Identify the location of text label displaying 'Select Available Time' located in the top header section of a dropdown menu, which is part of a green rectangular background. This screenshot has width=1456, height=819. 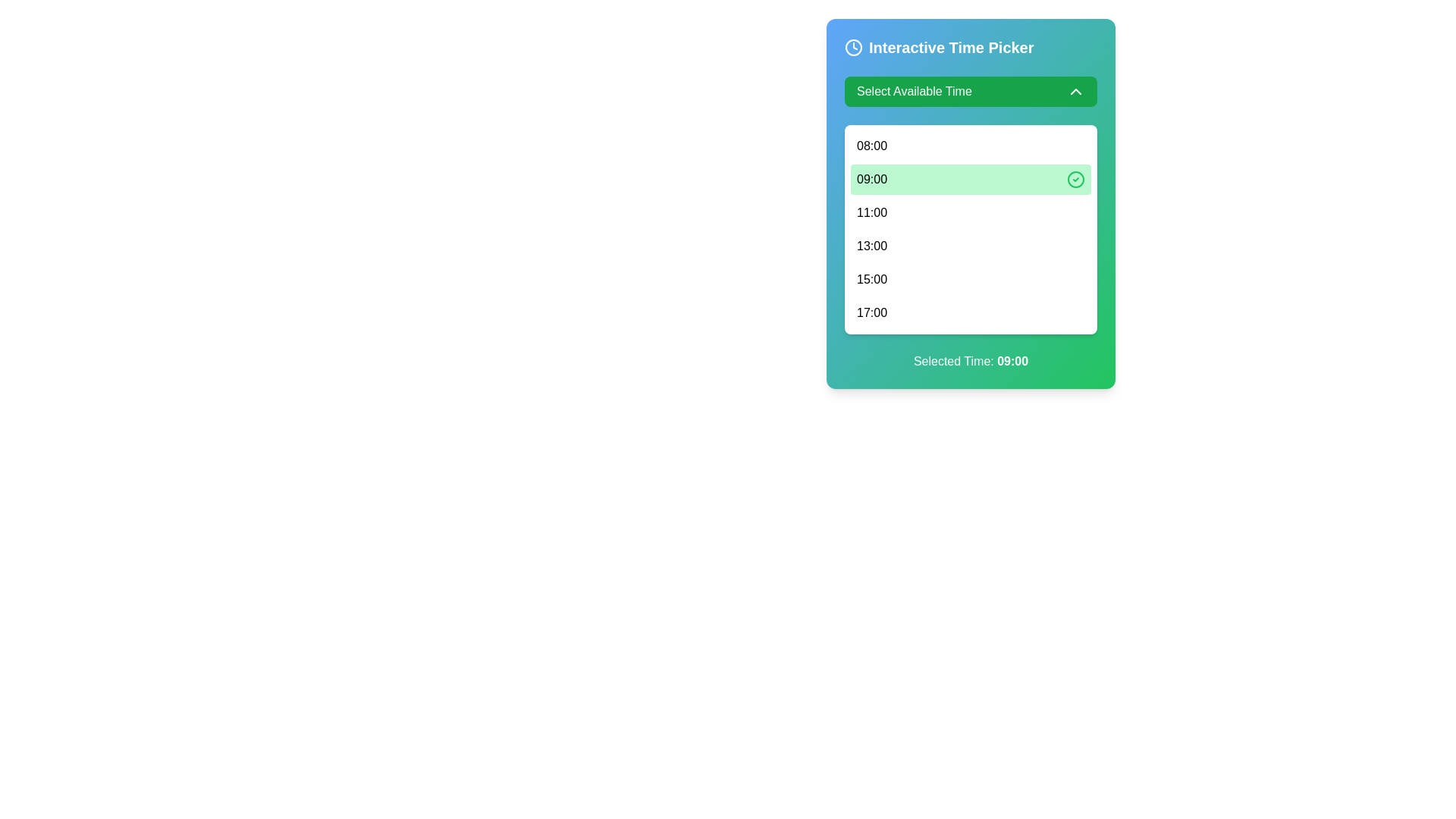
(913, 91).